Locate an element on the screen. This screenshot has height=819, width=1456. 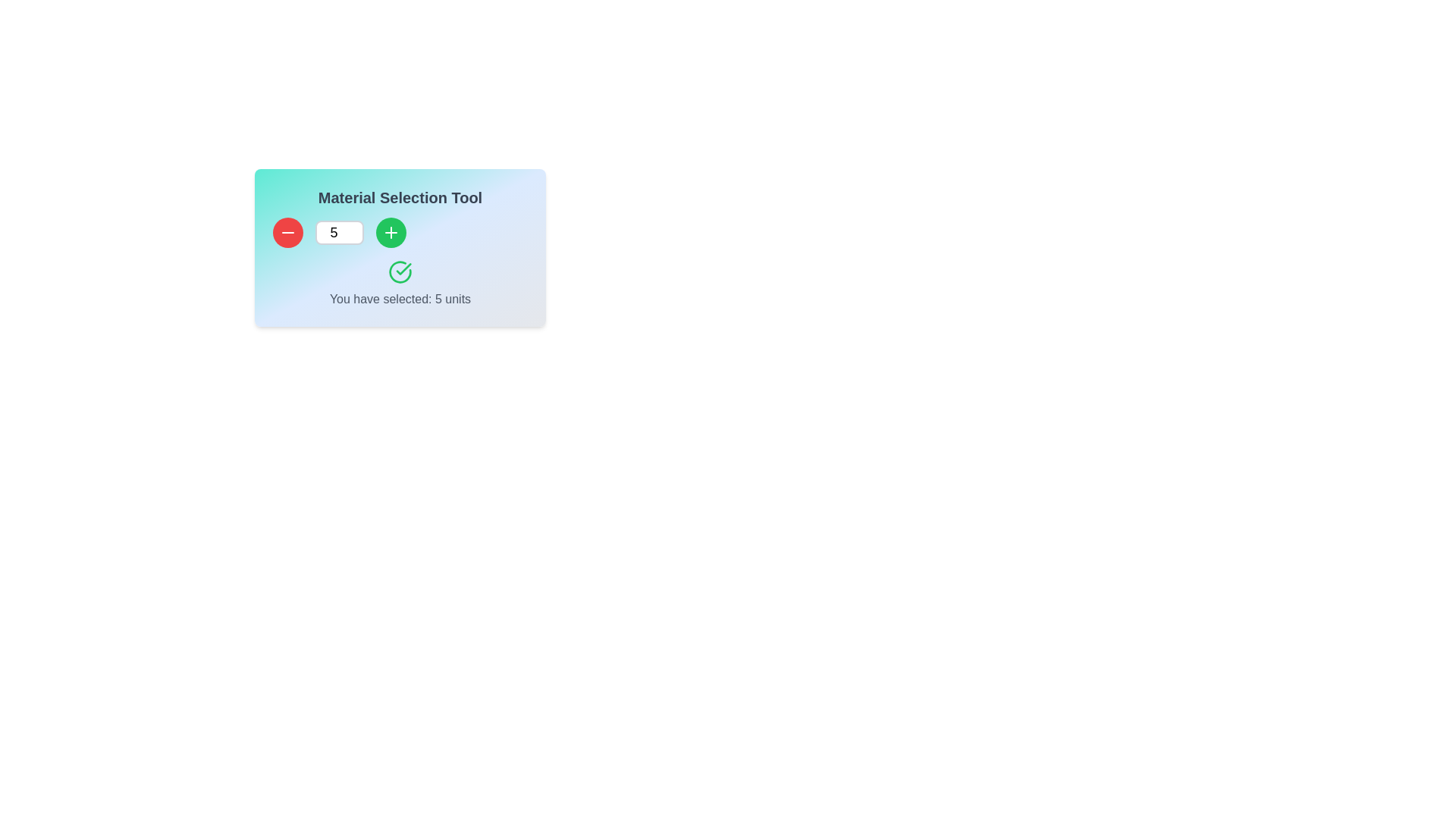
the increment button on the numerical input field component within the 'Material Selection Tool' panel to increase the value is located at coordinates (400, 233).